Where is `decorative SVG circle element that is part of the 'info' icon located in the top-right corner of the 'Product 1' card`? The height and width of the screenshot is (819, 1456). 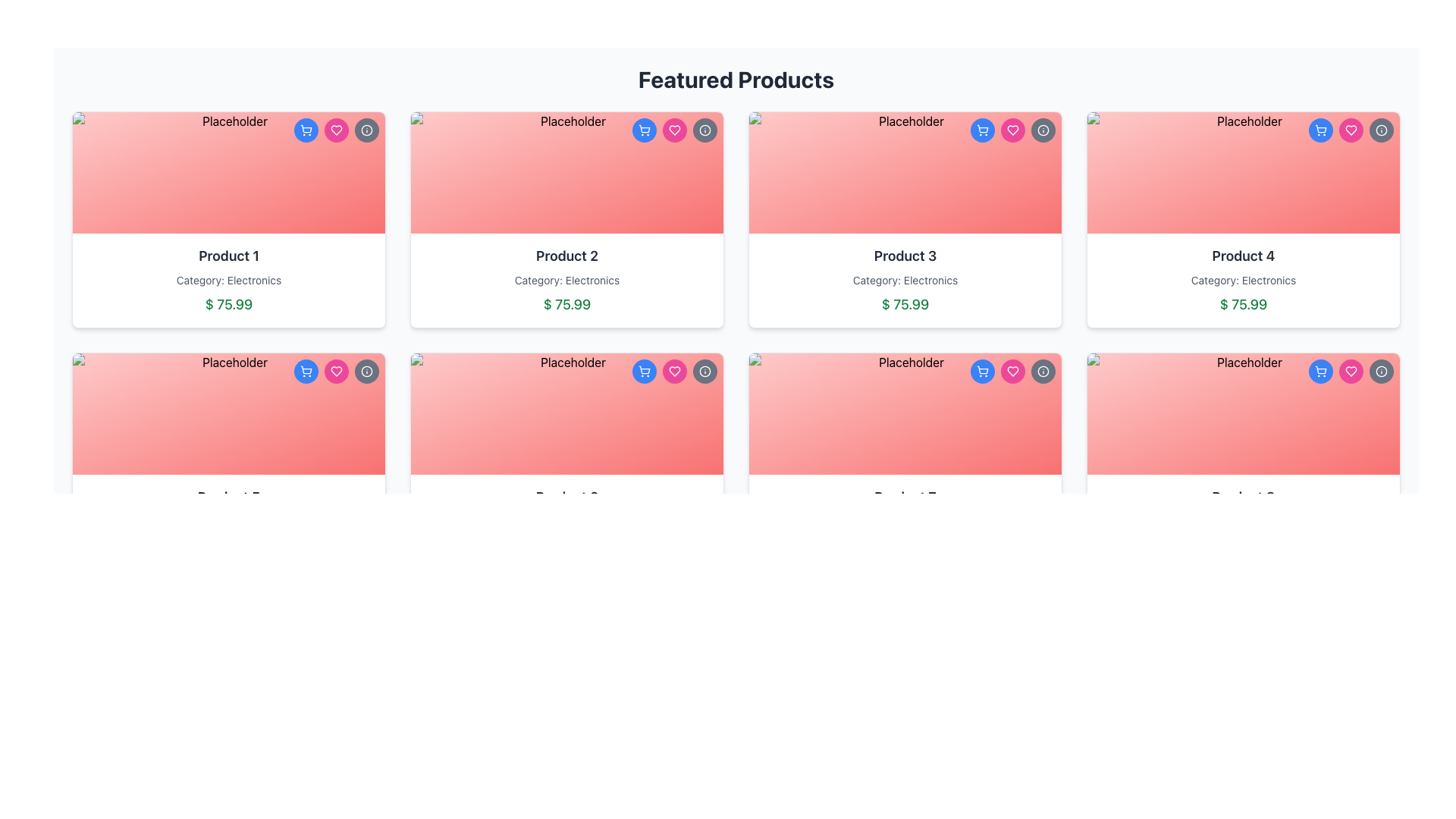 decorative SVG circle element that is part of the 'info' icon located in the top-right corner of the 'Product 1' card is located at coordinates (367, 130).